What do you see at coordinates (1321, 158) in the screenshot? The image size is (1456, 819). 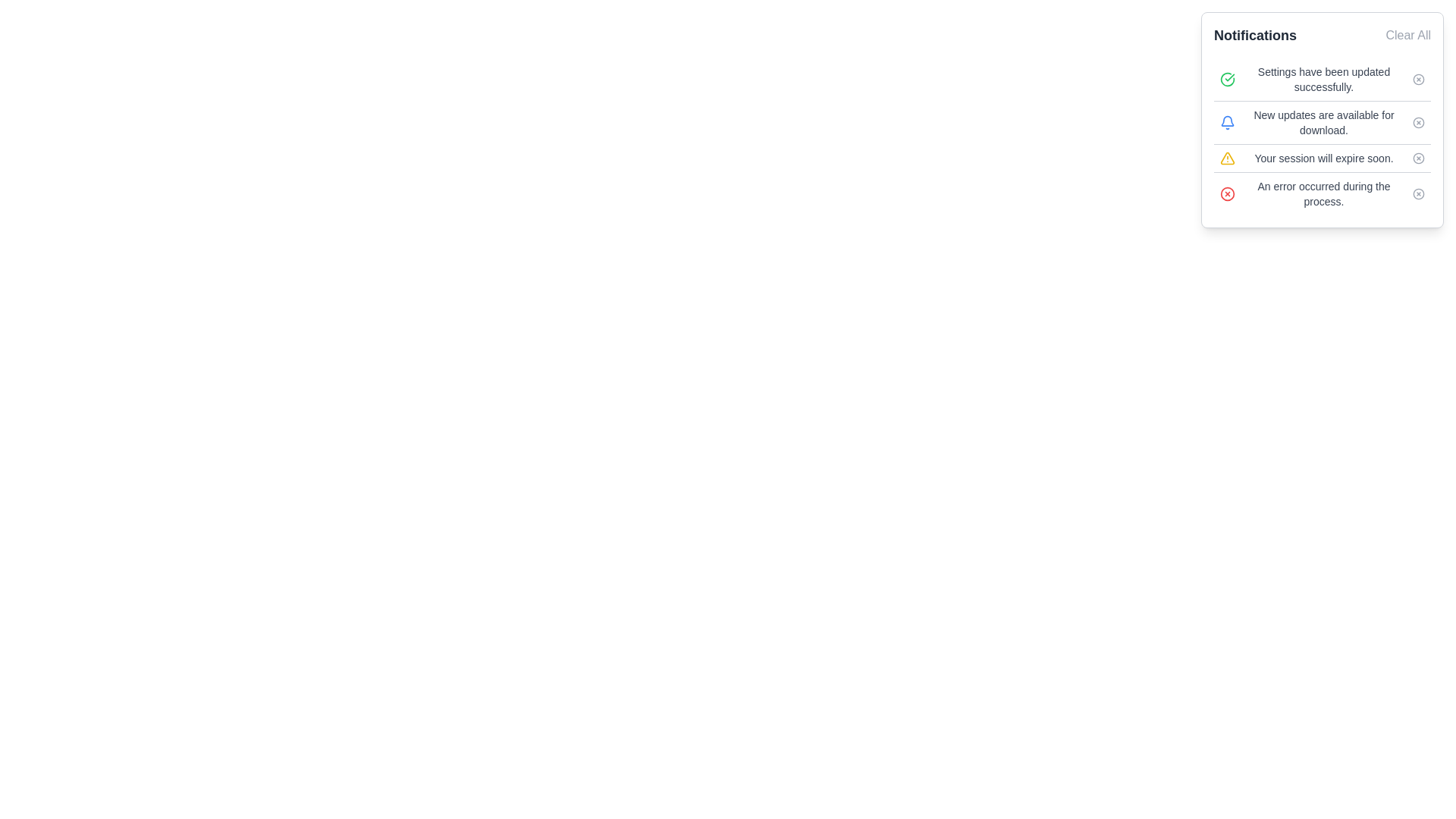 I see `the third notification entry that displays a warning icon and the message 'Your session will expire soon.'` at bounding box center [1321, 158].